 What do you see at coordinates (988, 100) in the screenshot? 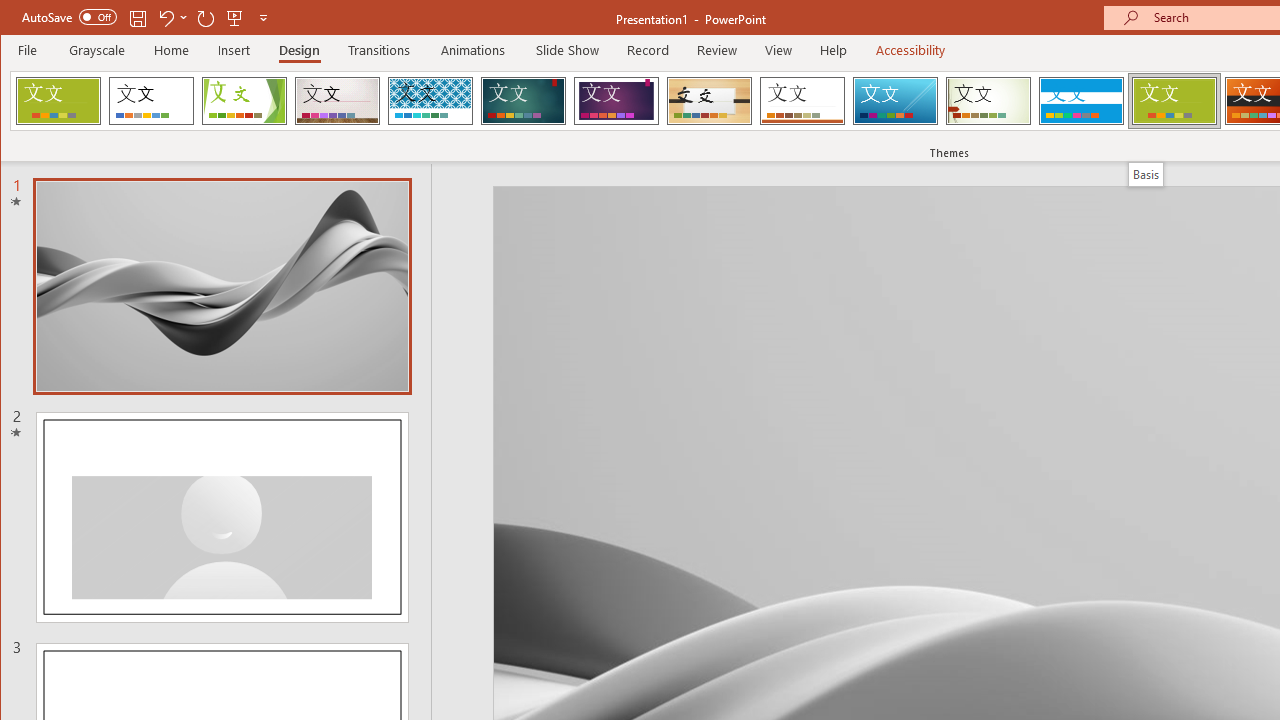
I see `'Wisp'` at bounding box center [988, 100].